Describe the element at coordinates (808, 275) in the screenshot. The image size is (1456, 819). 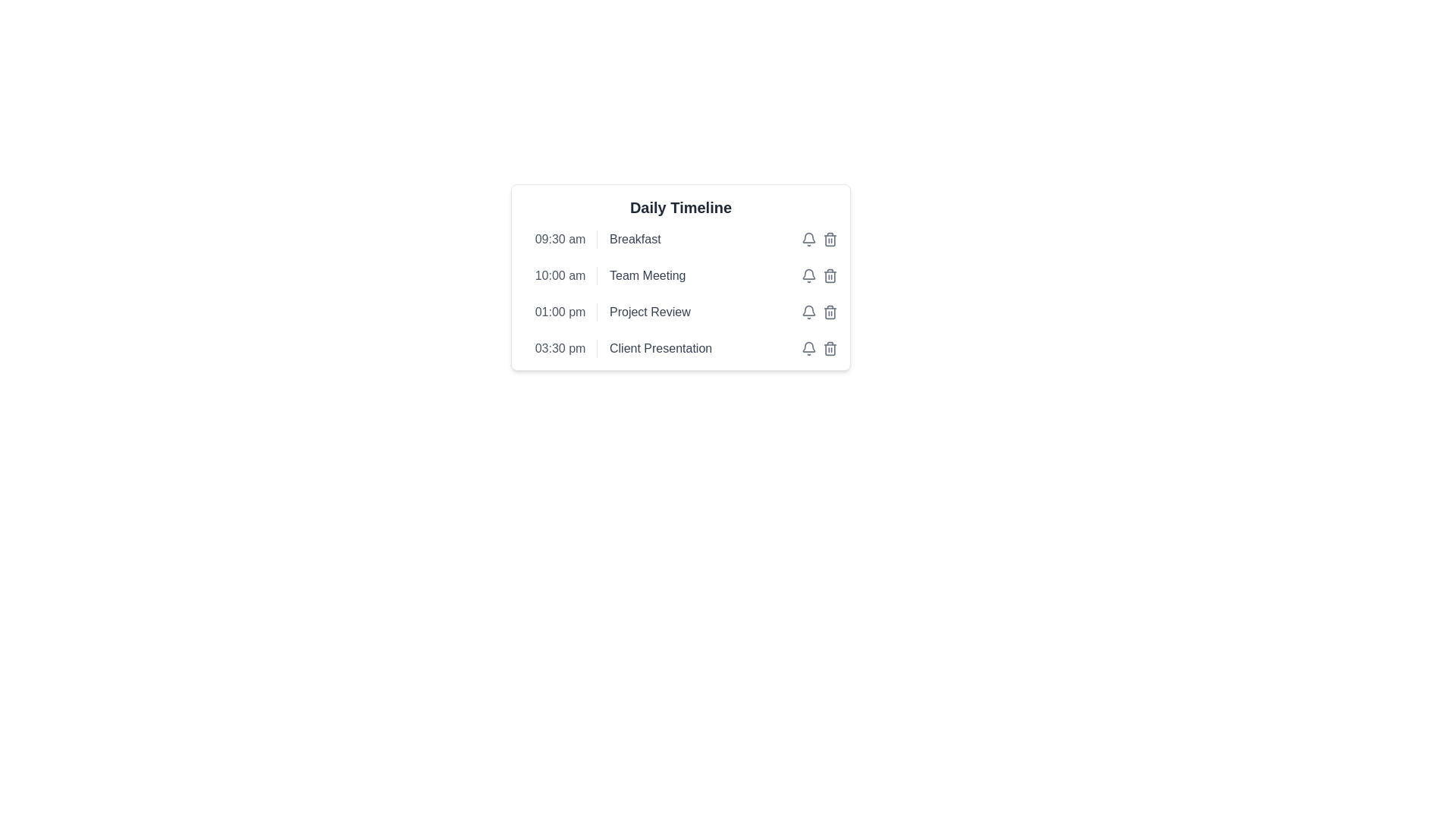
I see `the gray bell icon button located next to the 'Team Meeting' entry in the timeline list, which changes to blue on hover` at that location.